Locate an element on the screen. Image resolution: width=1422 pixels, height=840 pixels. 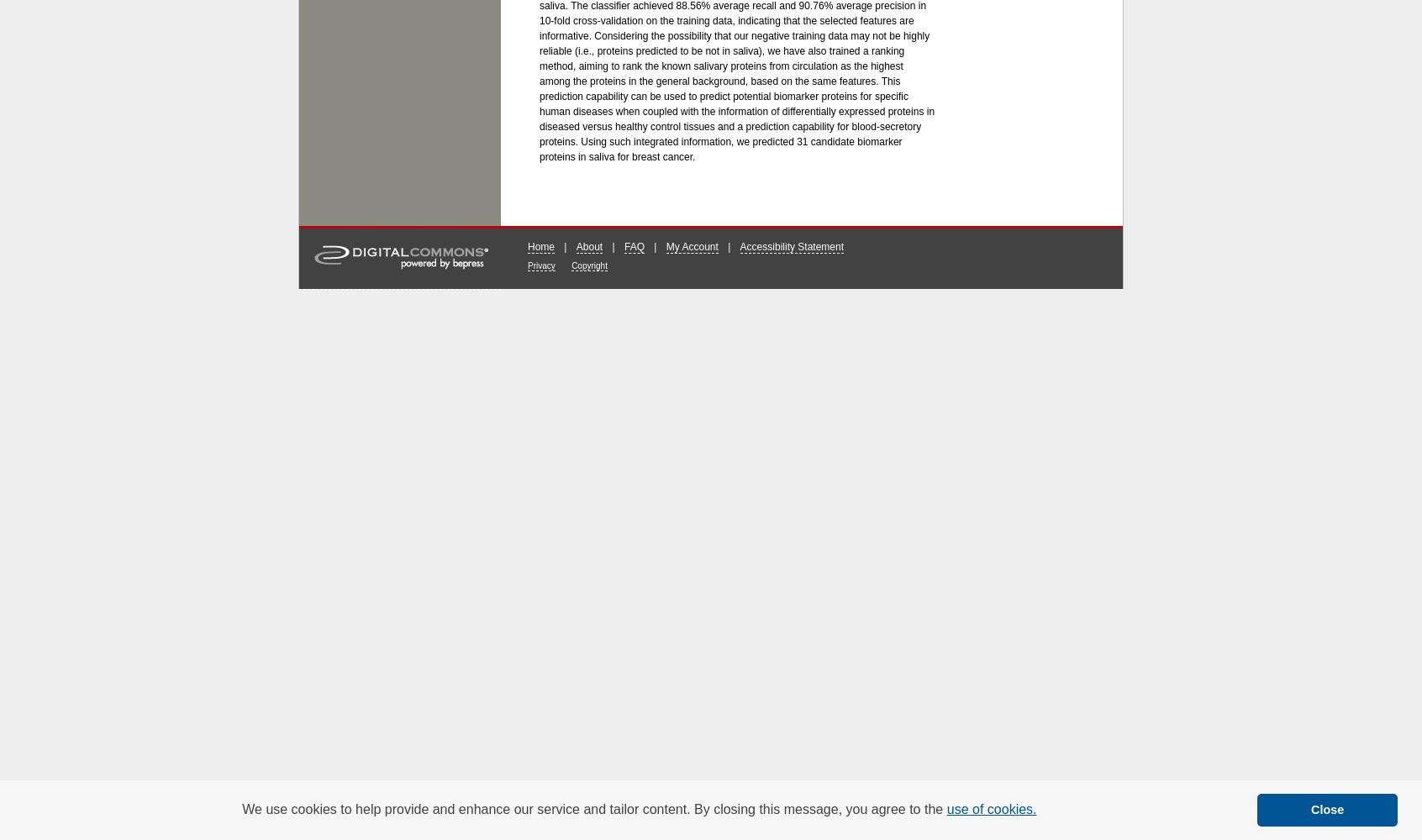
'Privacy' is located at coordinates (527, 264).